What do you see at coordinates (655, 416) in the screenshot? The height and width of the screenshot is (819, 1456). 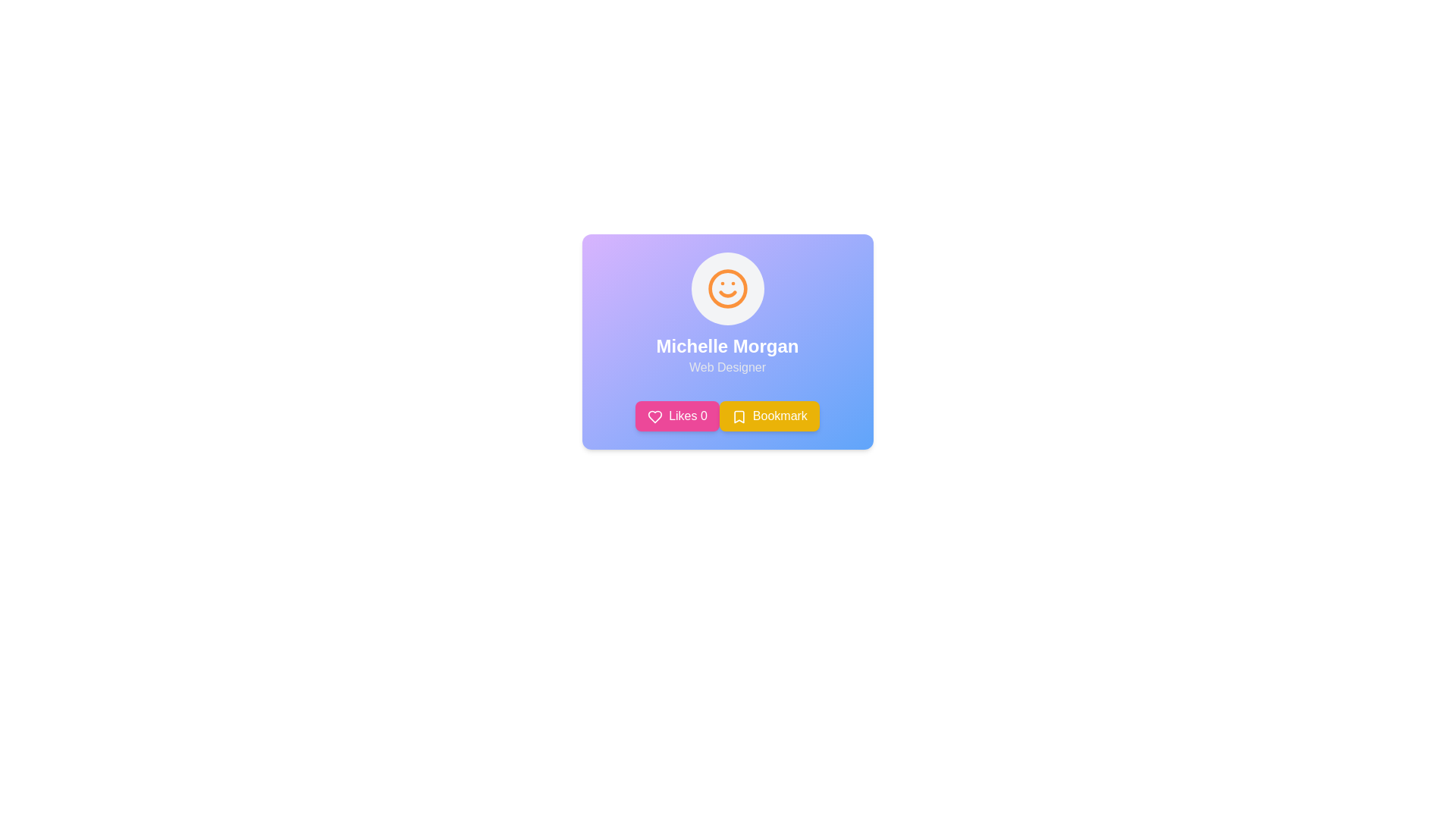 I see `the 'like' icon located to the left of the 'Likes 0' text inside the first pink button at the bottom of the card layout` at bounding box center [655, 416].